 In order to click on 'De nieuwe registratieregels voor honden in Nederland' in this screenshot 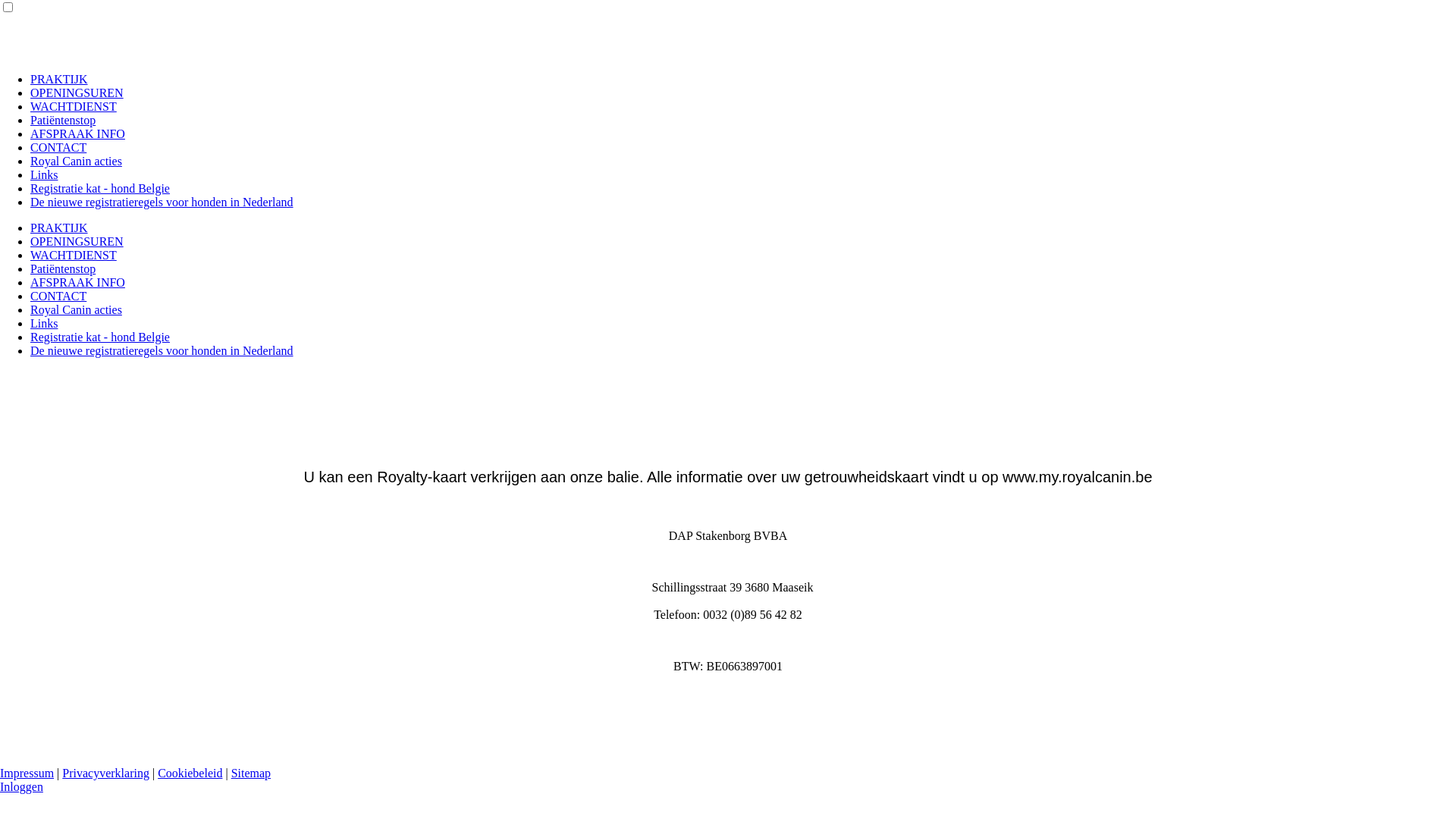, I will do `click(162, 201)`.